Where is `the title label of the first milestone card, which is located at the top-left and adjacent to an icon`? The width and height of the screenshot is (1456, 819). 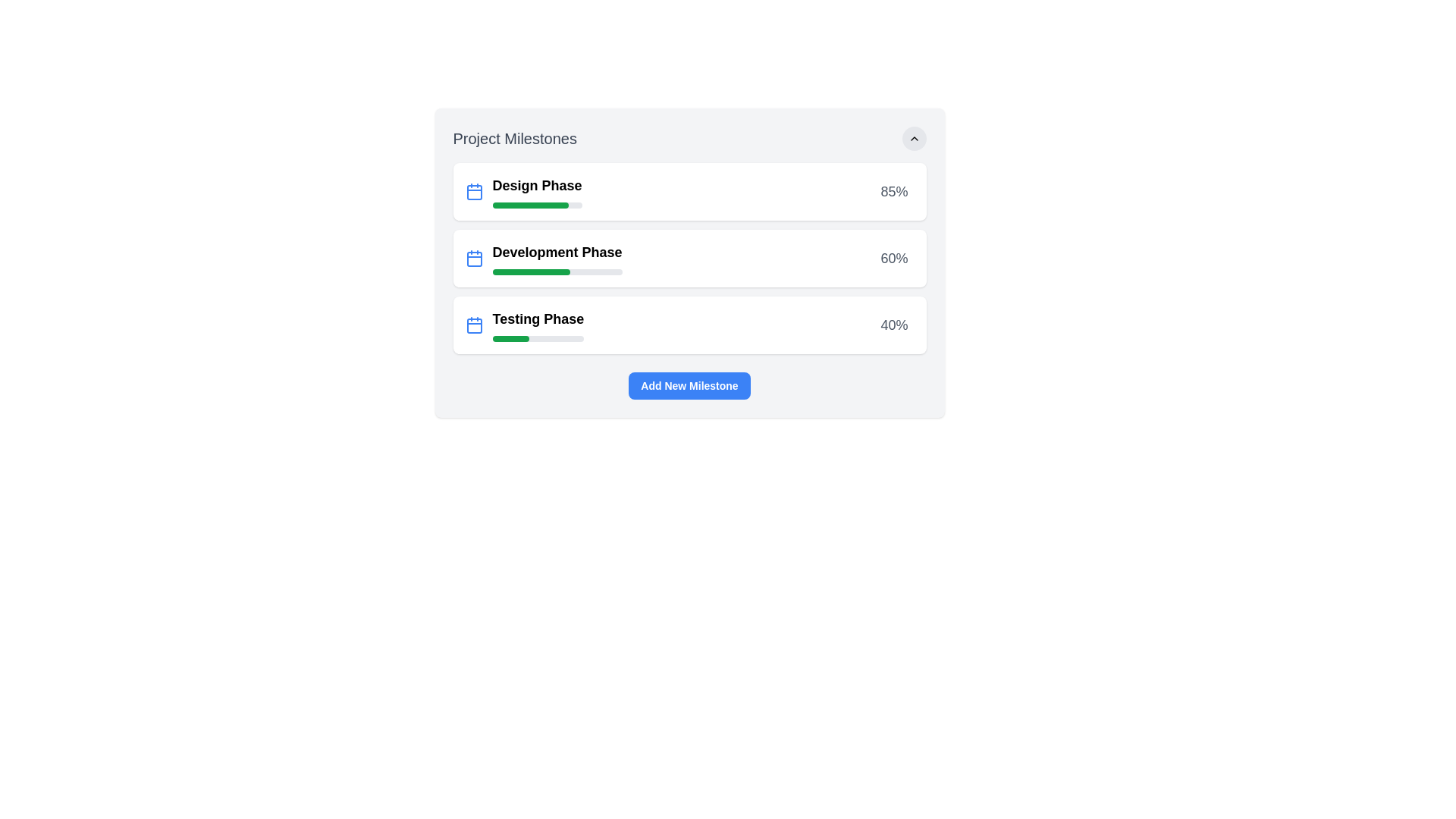
the title label of the first milestone card, which is located at the top-left and adjacent to an icon is located at coordinates (537, 185).